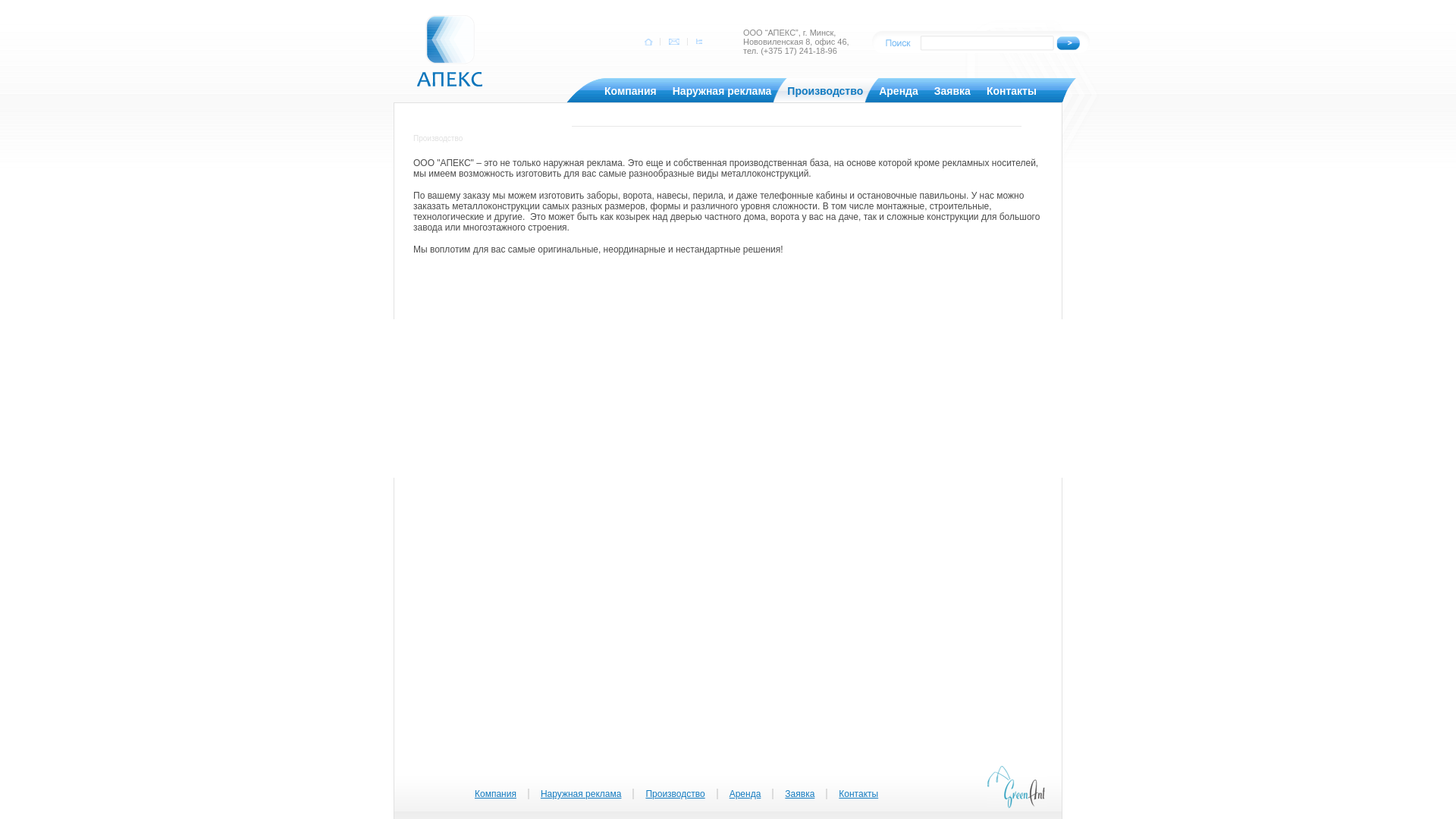  What do you see at coordinates (697, 40) in the screenshot?
I see `' '` at bounding box center [697, 40].